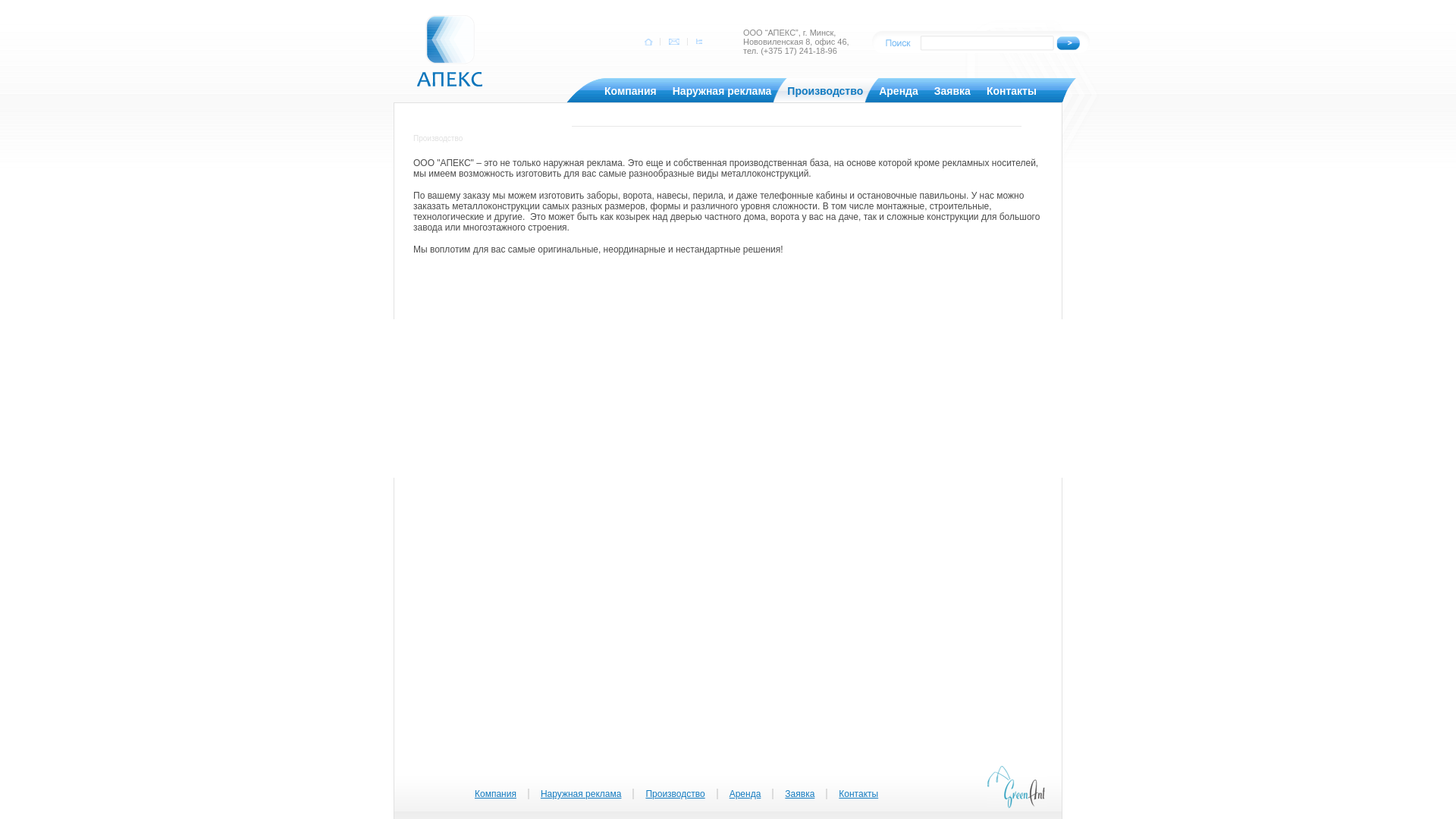  What do you see at coordinates (697, 40) in the screenshot?
I see `' '` at bounding box center [697, 40].